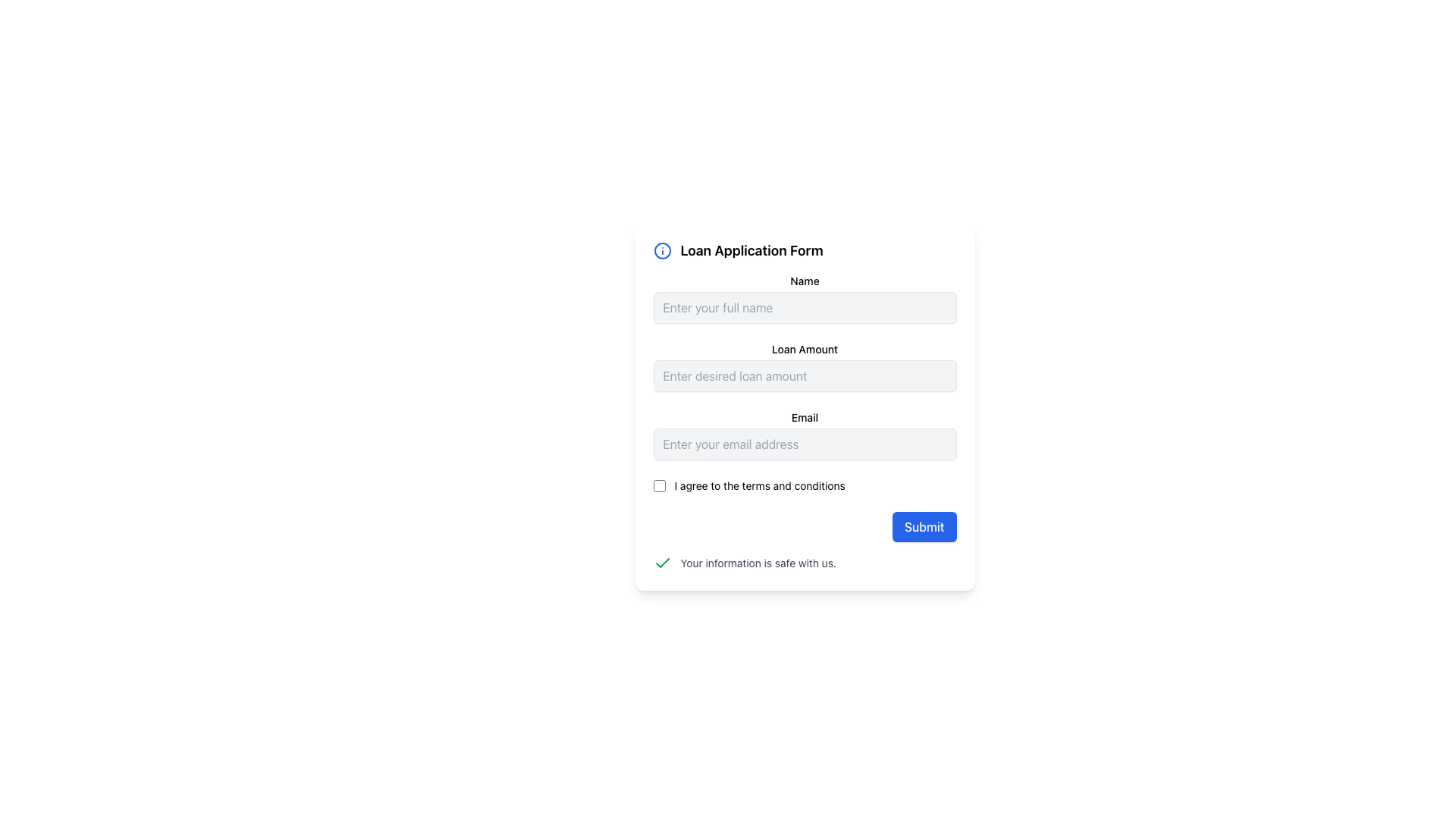 This screenshot has width=1456, height=819. What do you see at coordinates (758, 563) in the screenshot?
I see `informational text that reassures users about the security of their information, located near the bottom of the main form box, second in line after a green checkmark icon` at bounding box center [758, 563].